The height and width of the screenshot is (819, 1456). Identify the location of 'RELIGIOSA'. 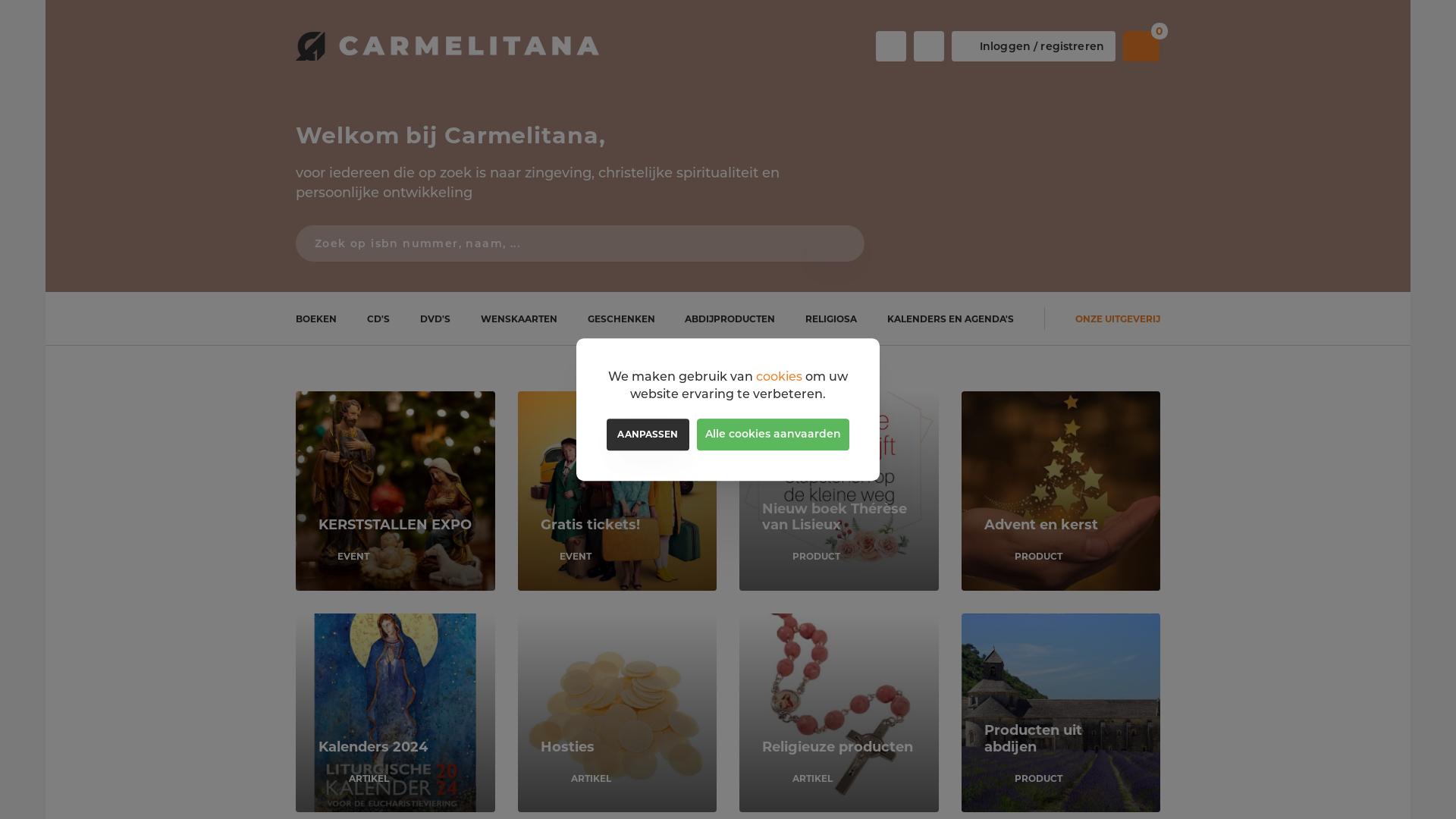
(830, 318).